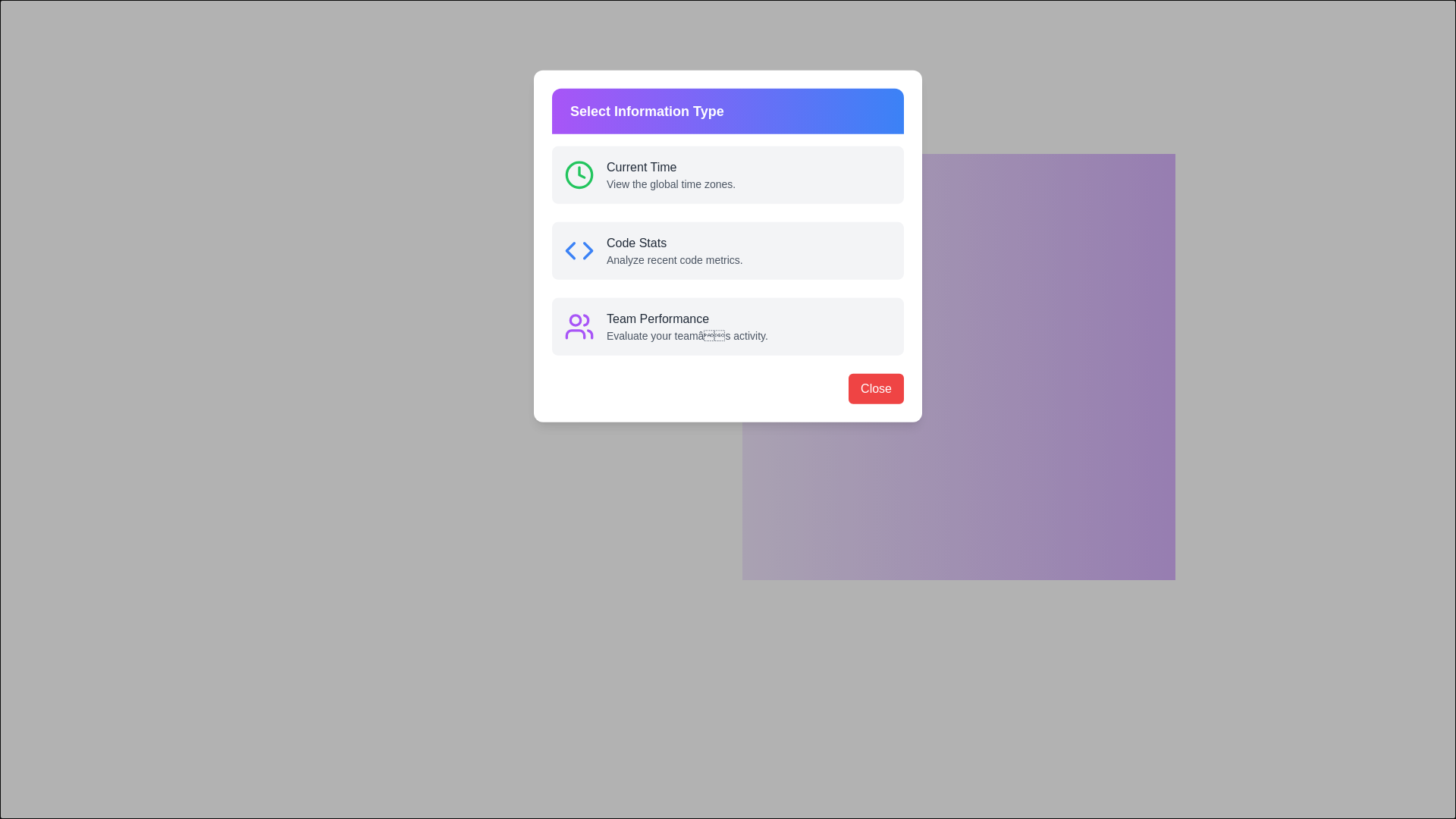  What do you see at coordinates (758, 303) in the screenshot?
I see `the information section labeled 'Team Performance' to explore its details` at bounding box center [758, 303].